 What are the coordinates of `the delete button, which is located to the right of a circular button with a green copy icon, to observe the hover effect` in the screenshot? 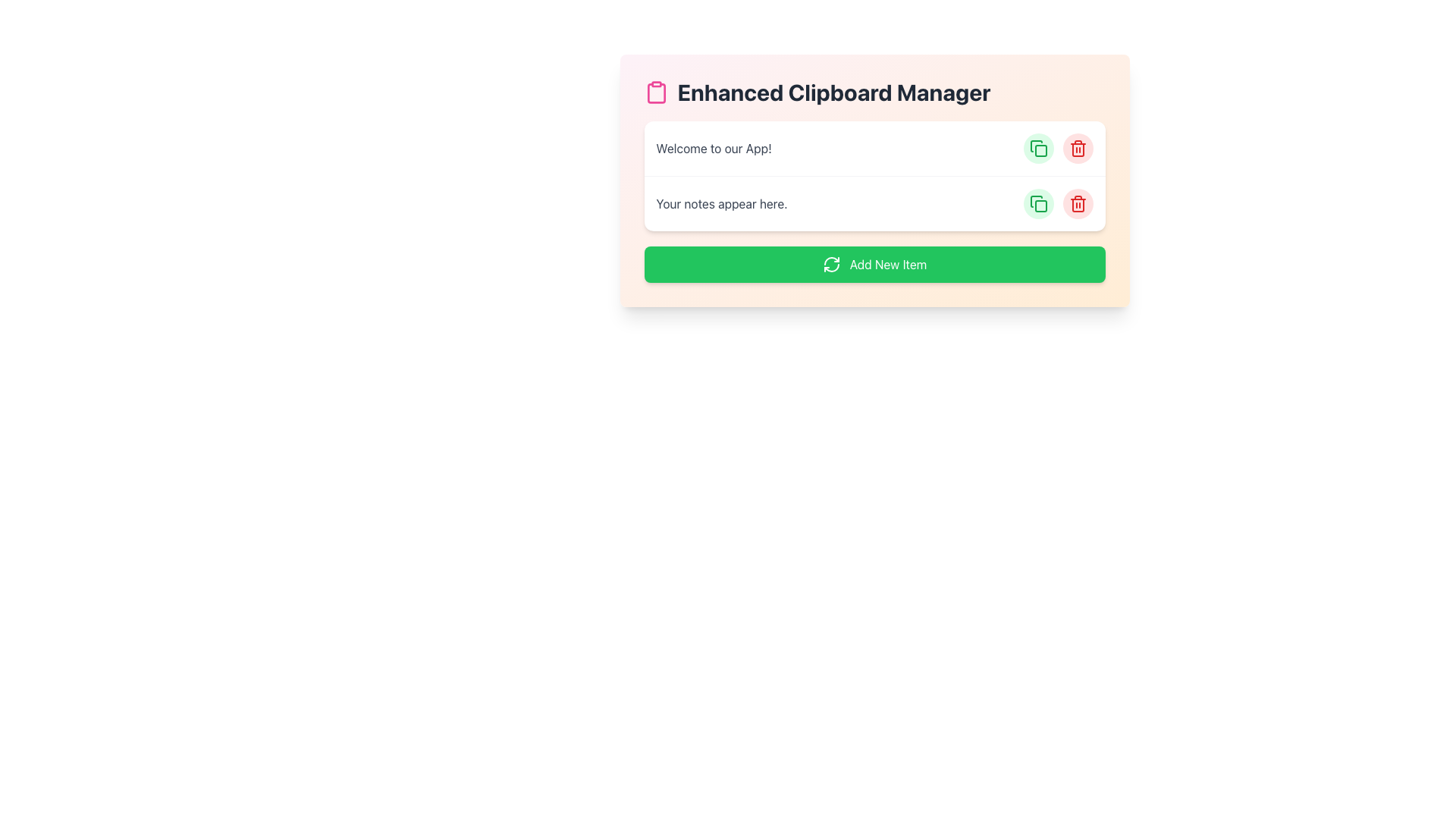 It's located at (1077, 149).